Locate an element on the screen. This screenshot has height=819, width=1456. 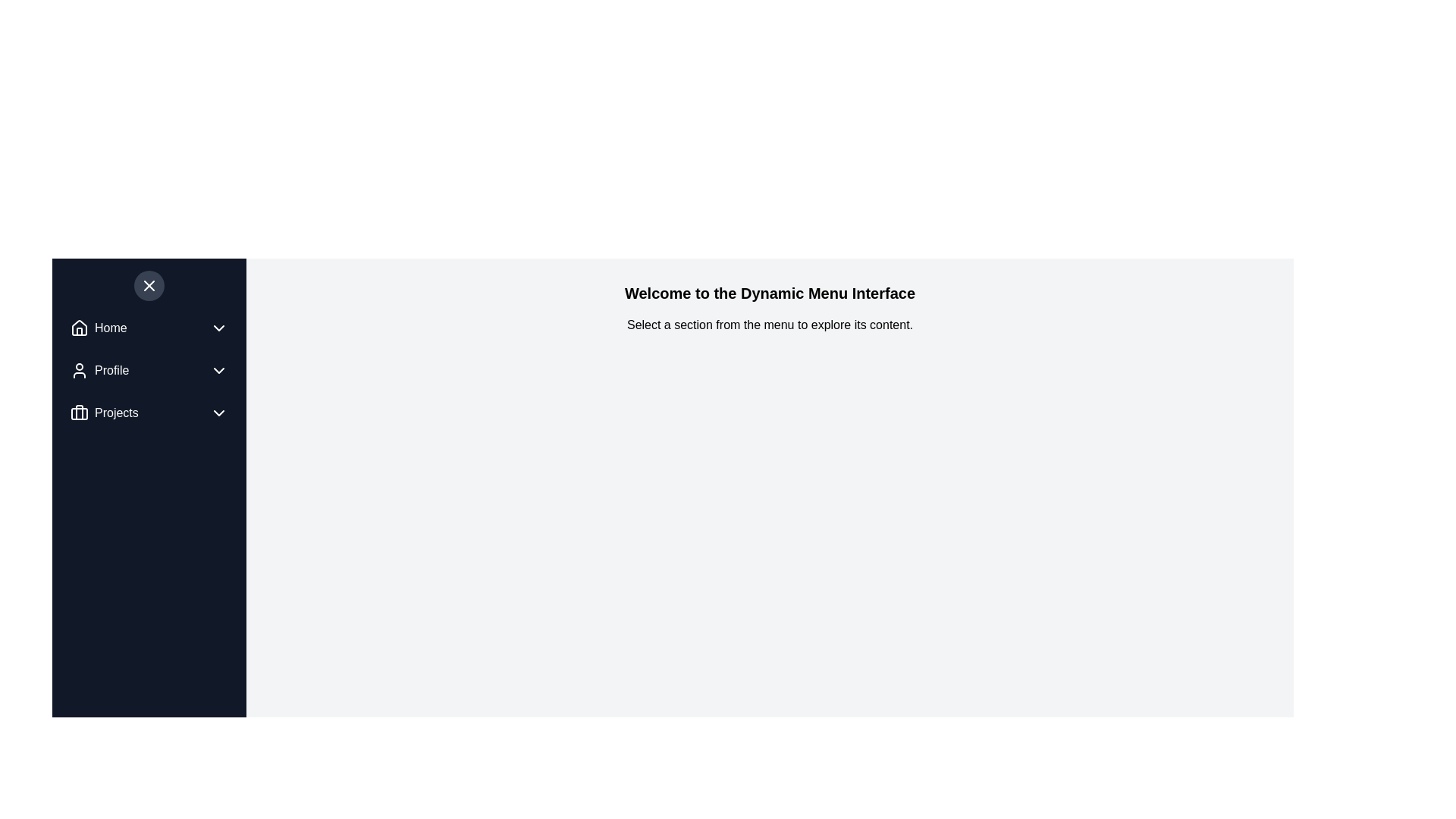
the dropdown indicator icon located at the rightmost part of the 'Projects' menu item is located at coordinates (218, 413).